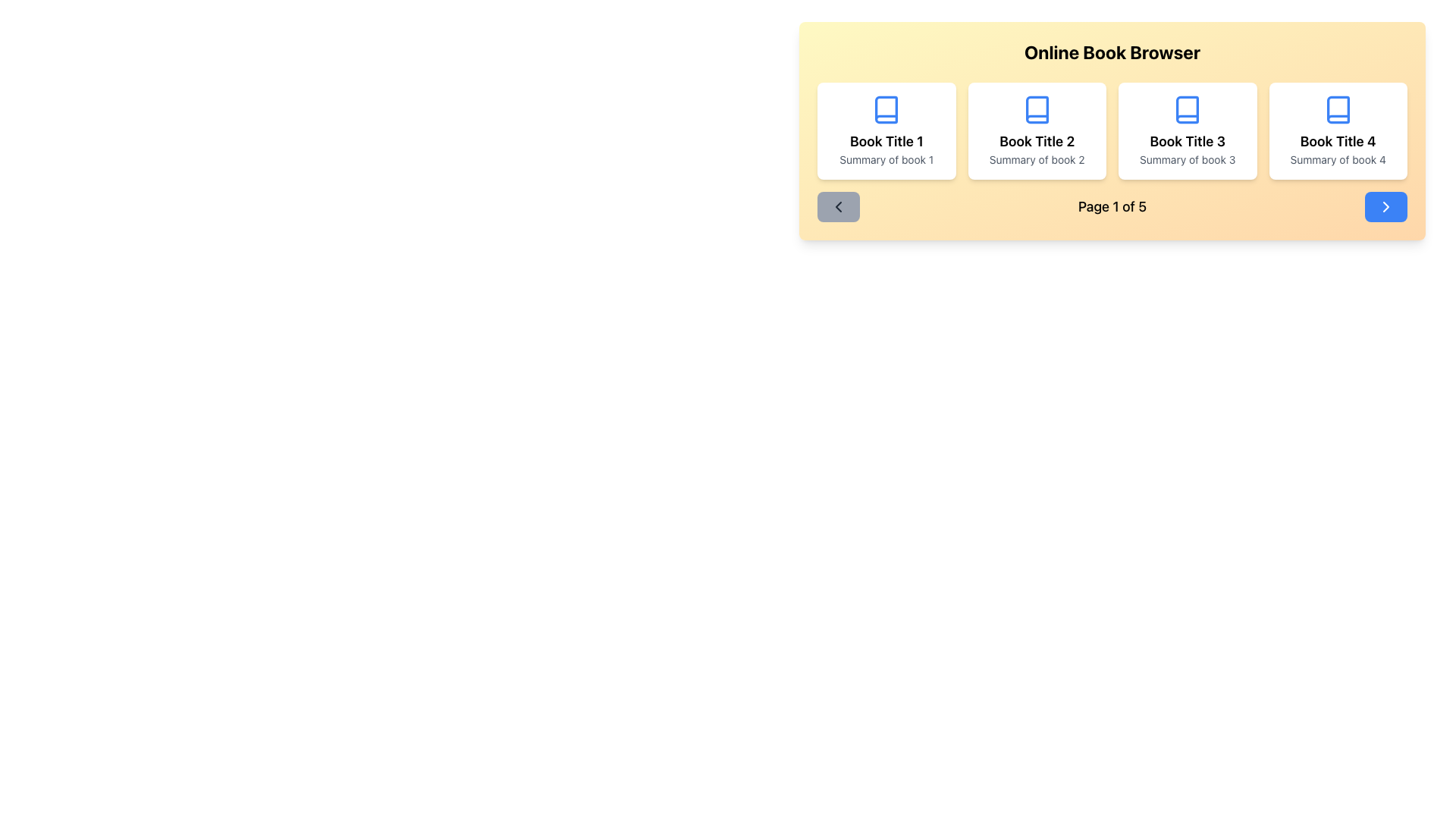 This screenshot has height=819, width=1456. What do you see at coordinates (886, 130) in the screenshot?
I see `the Information Card that features a blue book icon, bold text 'Book Title 1', and smaller gray text 'Summary of book 1', located in the top left corner of the grid` at bounding box center [886, 130].